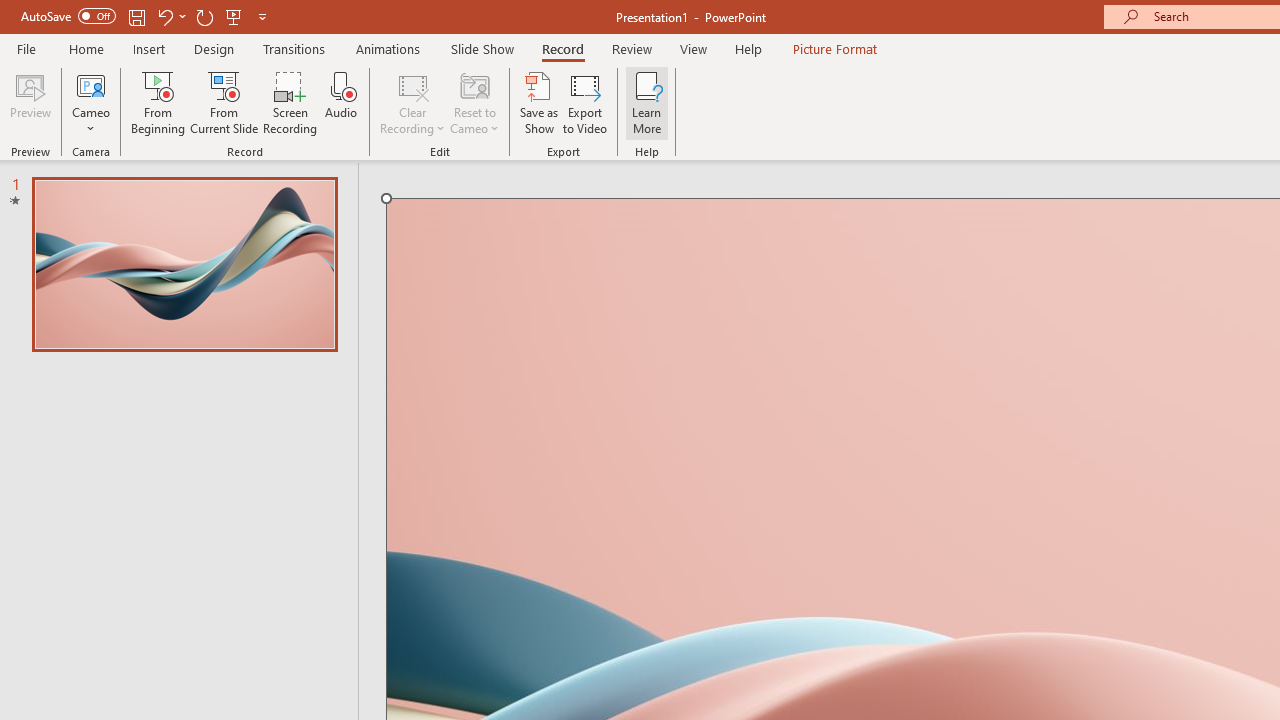 The height and width of the screenshot is (720, 1280). I want to click on 'Transitions', so click(294, 48).